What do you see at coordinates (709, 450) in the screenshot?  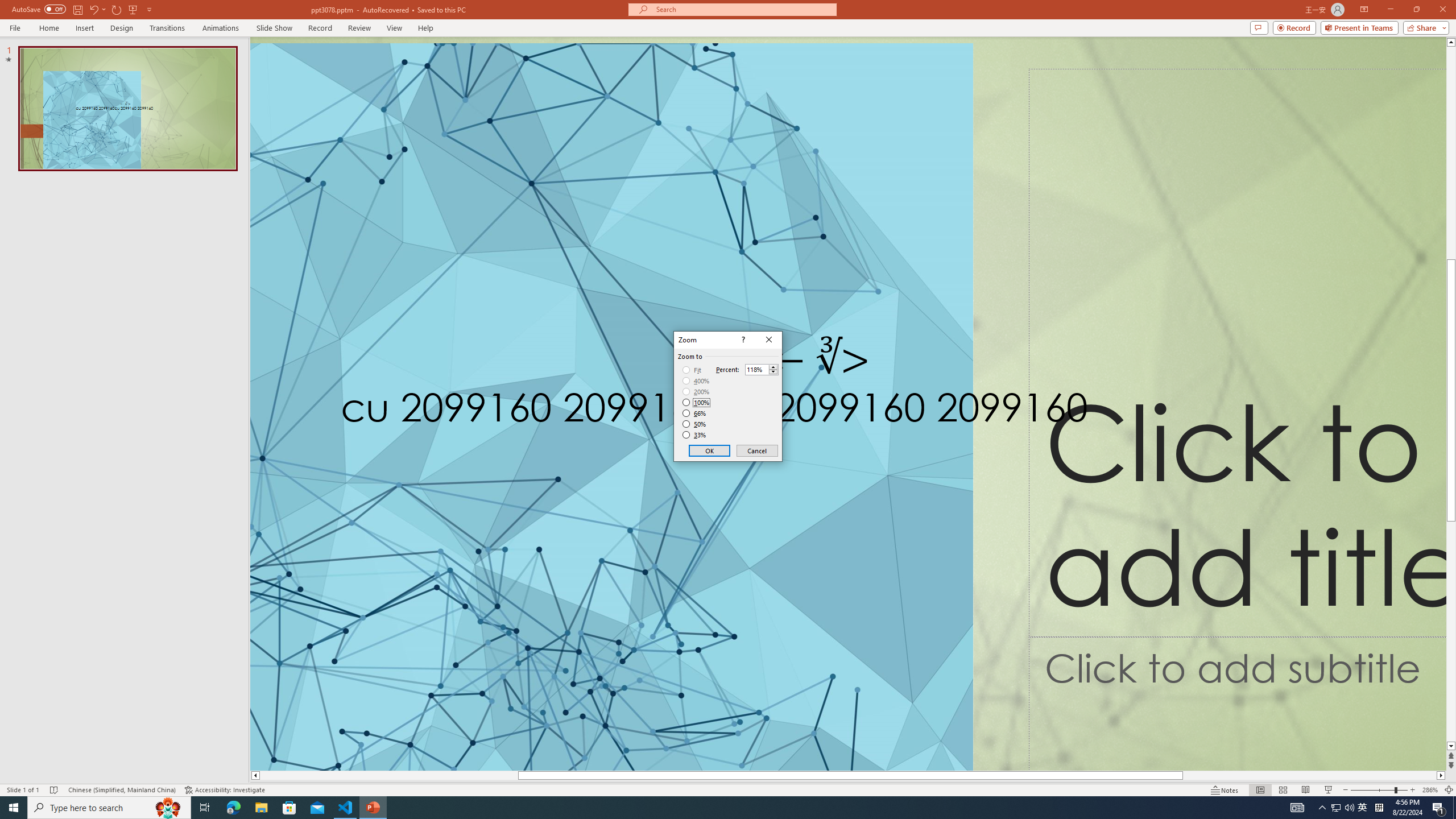 I see `'OK'` at bounding box center [709, 450].